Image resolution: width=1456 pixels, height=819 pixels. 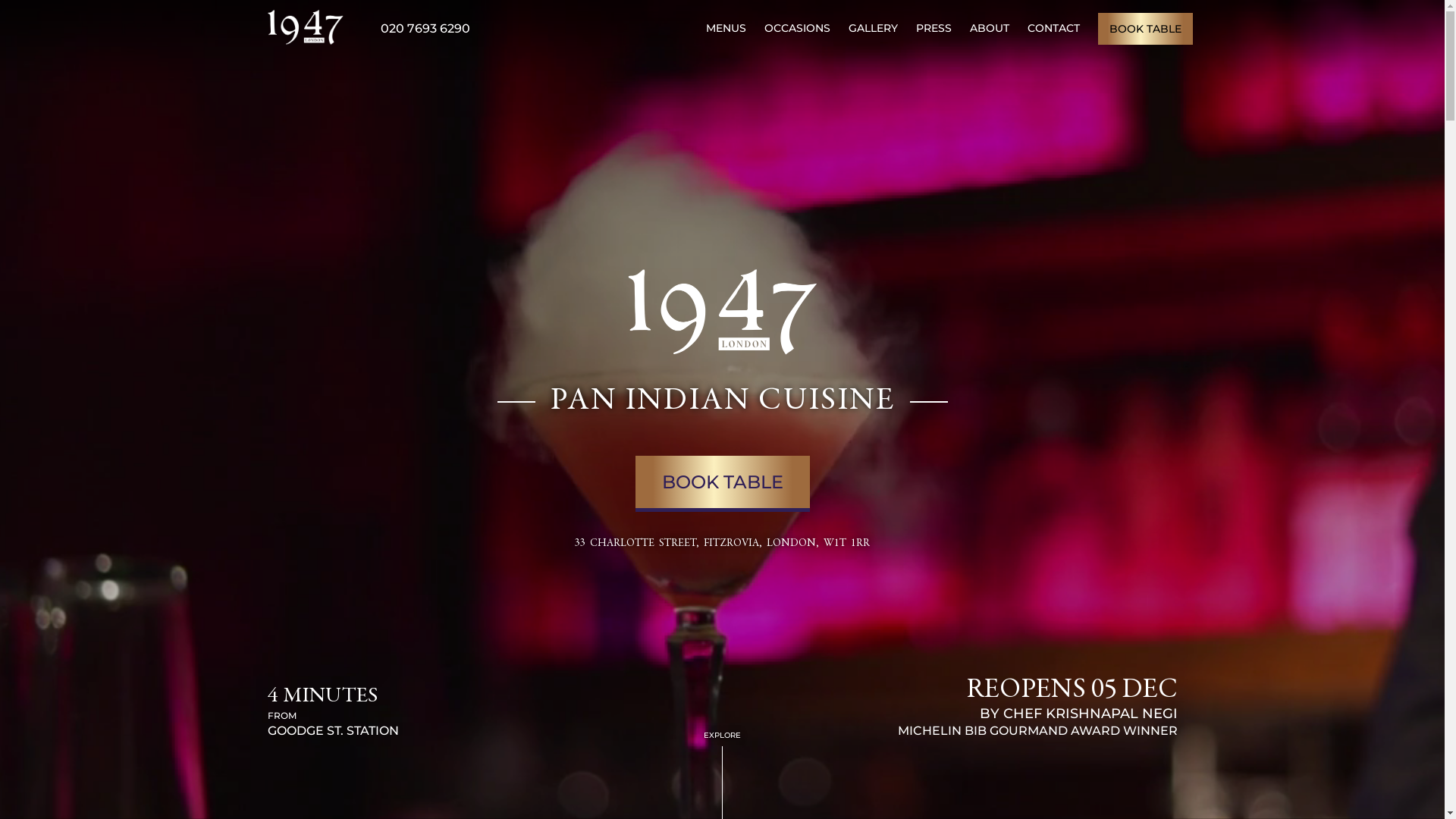 What do you see at coordinates (968, 28) in the screenshot?
I see `'ABOUT'` at bounding box center [968, 28].